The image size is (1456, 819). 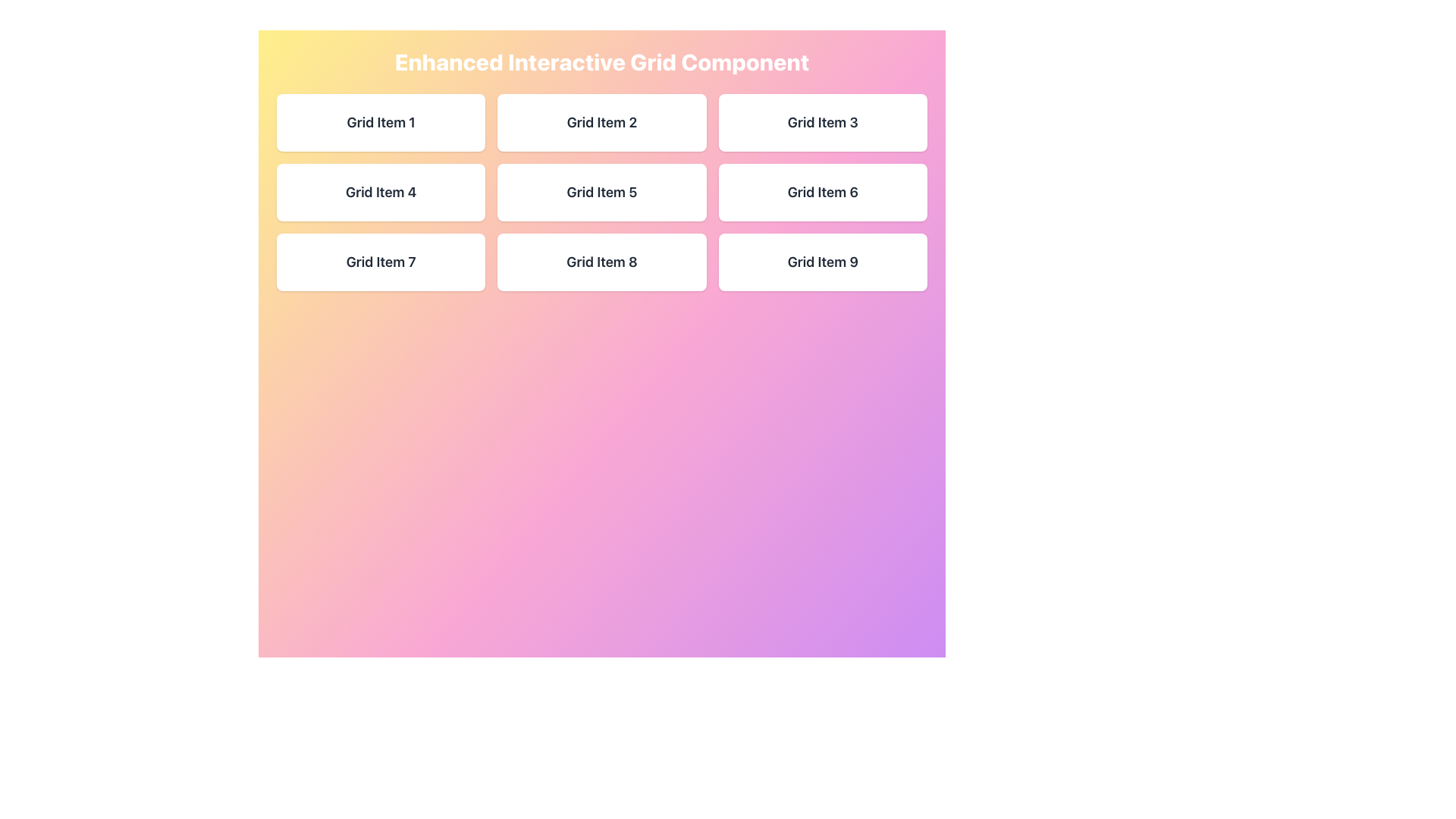 I want to click on the Button-like interactive grid card labeled 'Grid Item 5', which is a rectangular card with a white background and rounded corners, located in the second row and second column of the grid, so click(x=601, y=192).